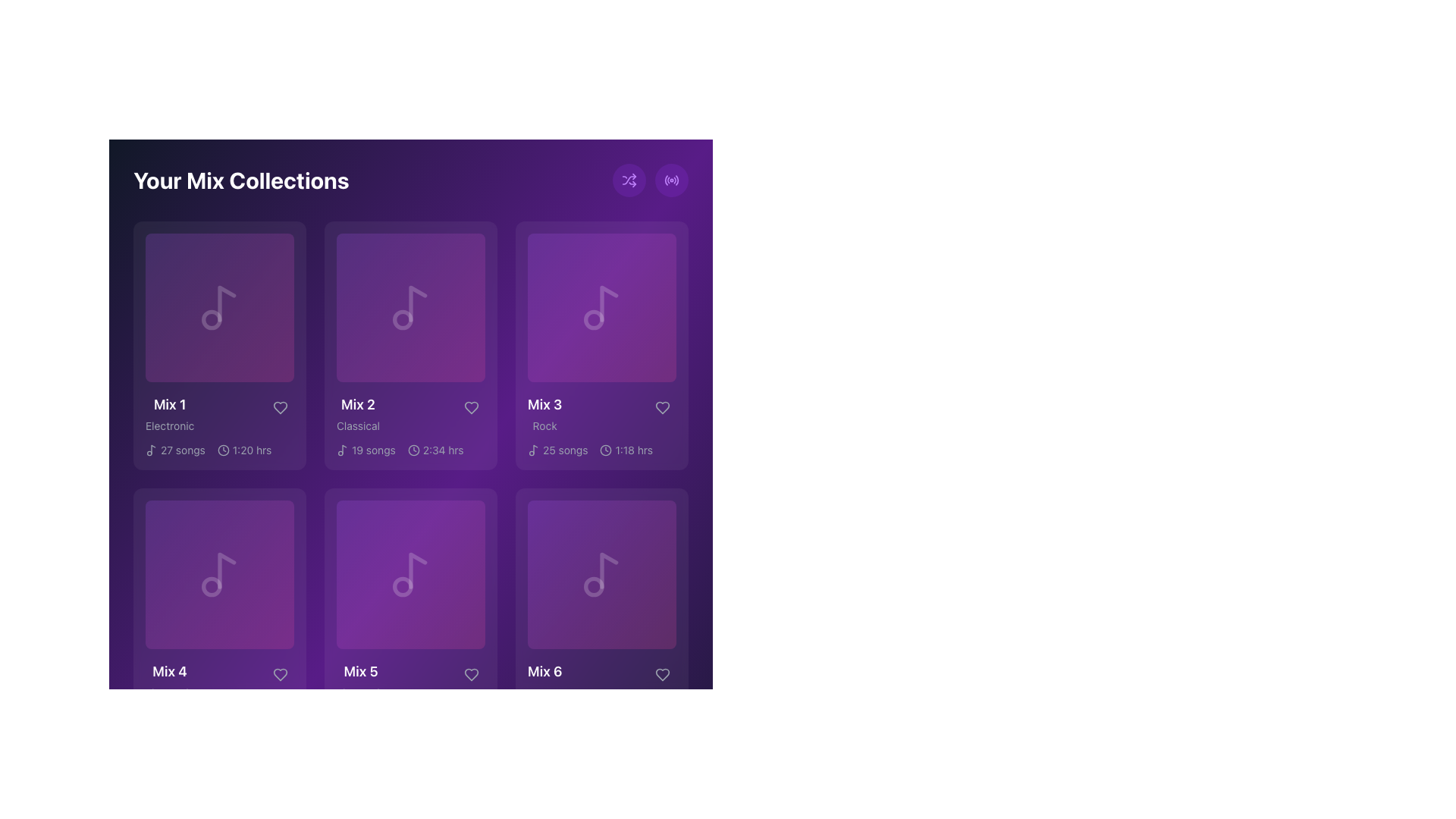 Image resolution: width=1456 pixels, height=819 pixels. What do you see at coordinates (360, 693) in the screenshot?
I see `the text label that describes the 'Mix 5' collection, located beneath the header 'Mix 5' in the second row, fifth column of the grid layout` at bounding box center [360, 693].